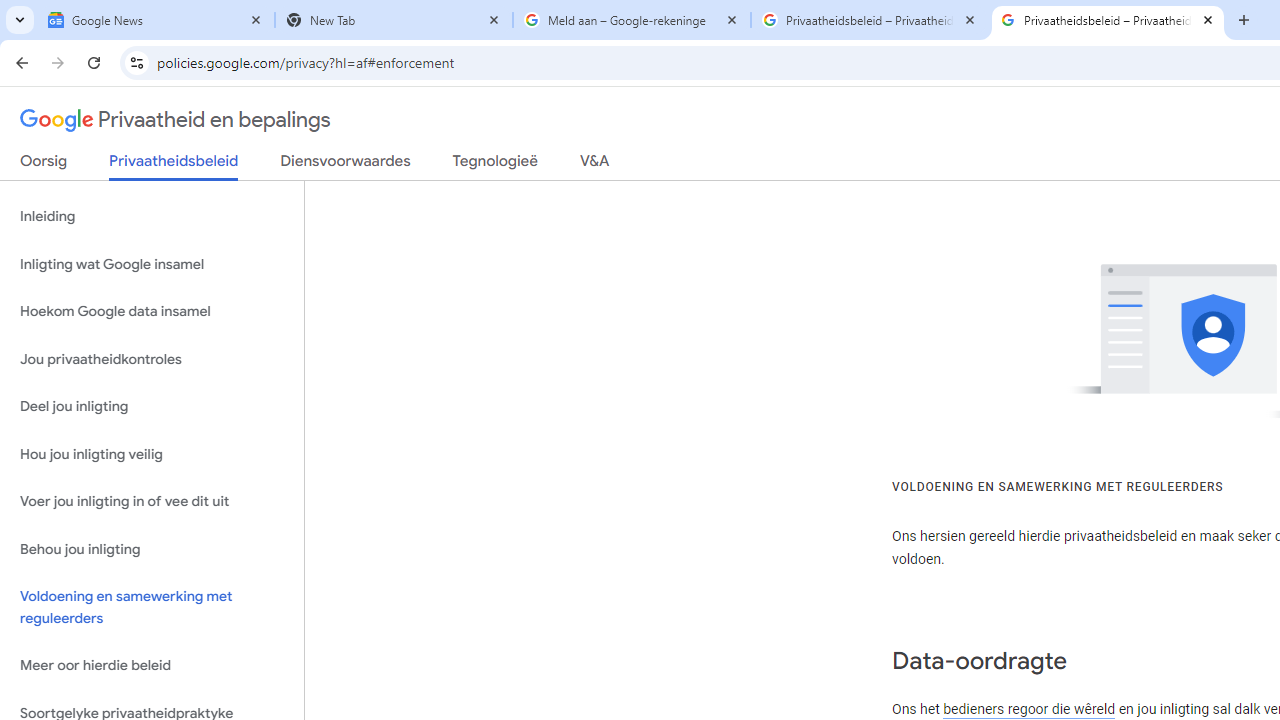 Image resolution: width=1280 pixels, height=720 pixels. Describe the element at coordinates (44, 164) in the screenshot. I see `'Oorsig'` at that location.